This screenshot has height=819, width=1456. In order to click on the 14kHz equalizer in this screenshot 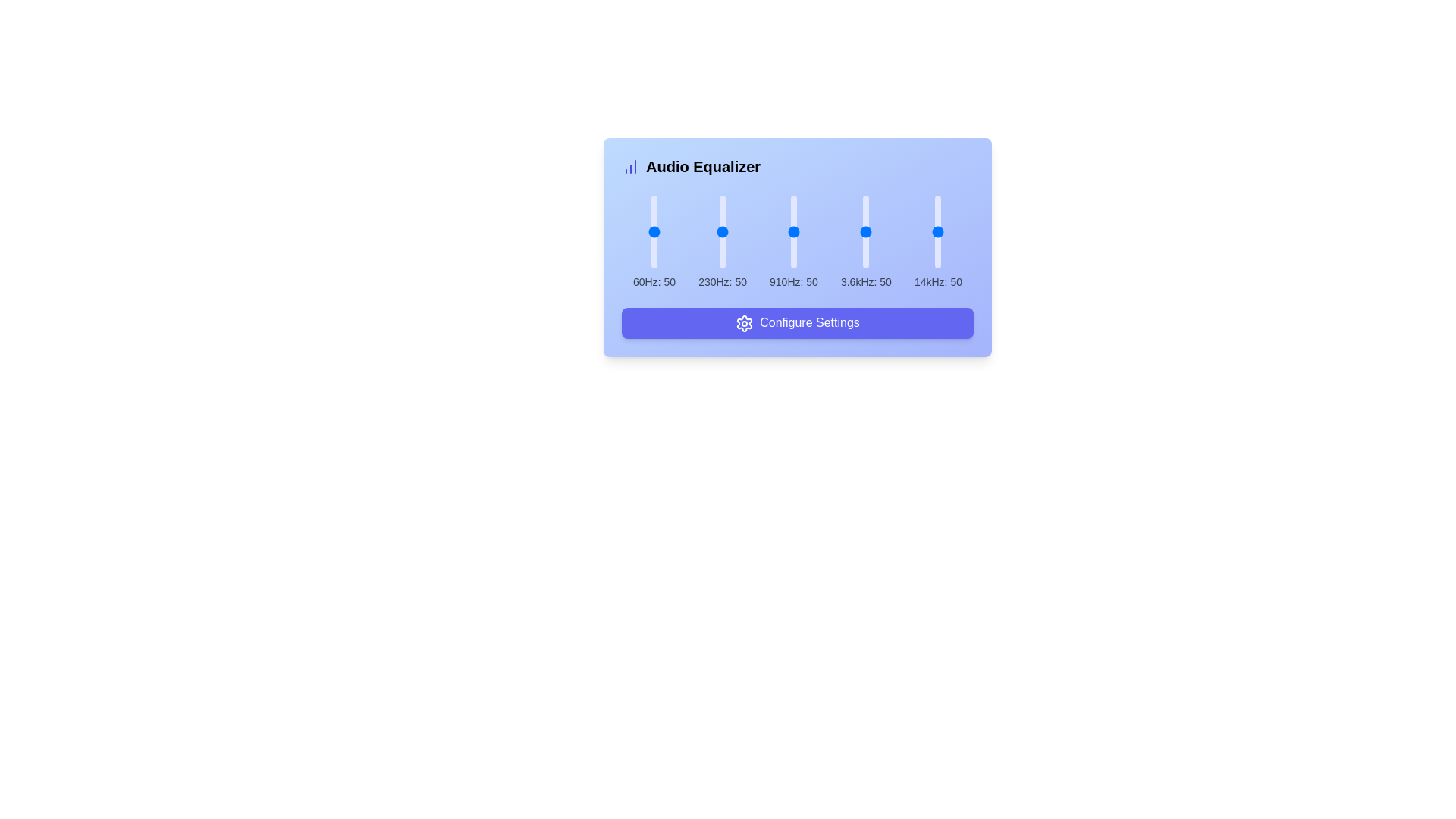, I will do `click(937, 201)`.